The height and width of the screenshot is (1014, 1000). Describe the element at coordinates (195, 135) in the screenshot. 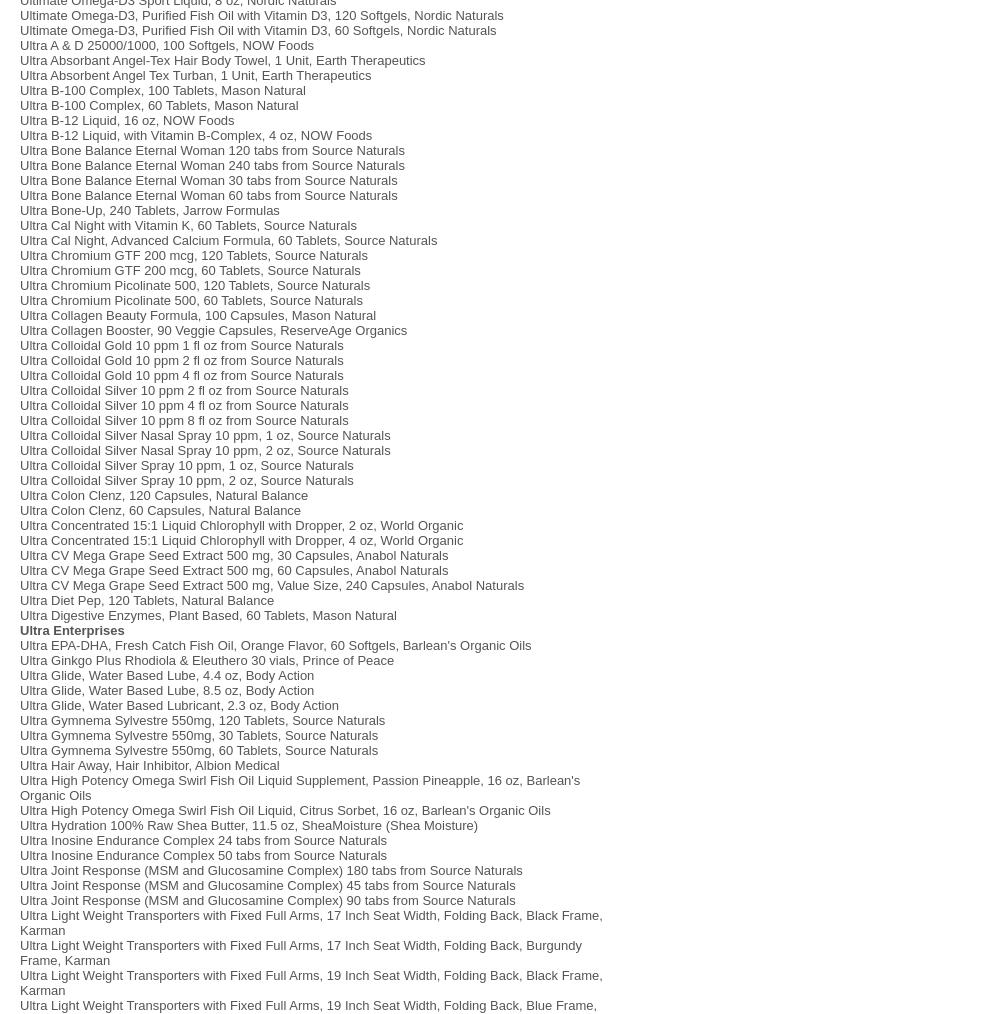

I see `'Ultra B-12 Liquid, with Vitamin B-Complex, 4 oz, NOW Foods'` at that location.